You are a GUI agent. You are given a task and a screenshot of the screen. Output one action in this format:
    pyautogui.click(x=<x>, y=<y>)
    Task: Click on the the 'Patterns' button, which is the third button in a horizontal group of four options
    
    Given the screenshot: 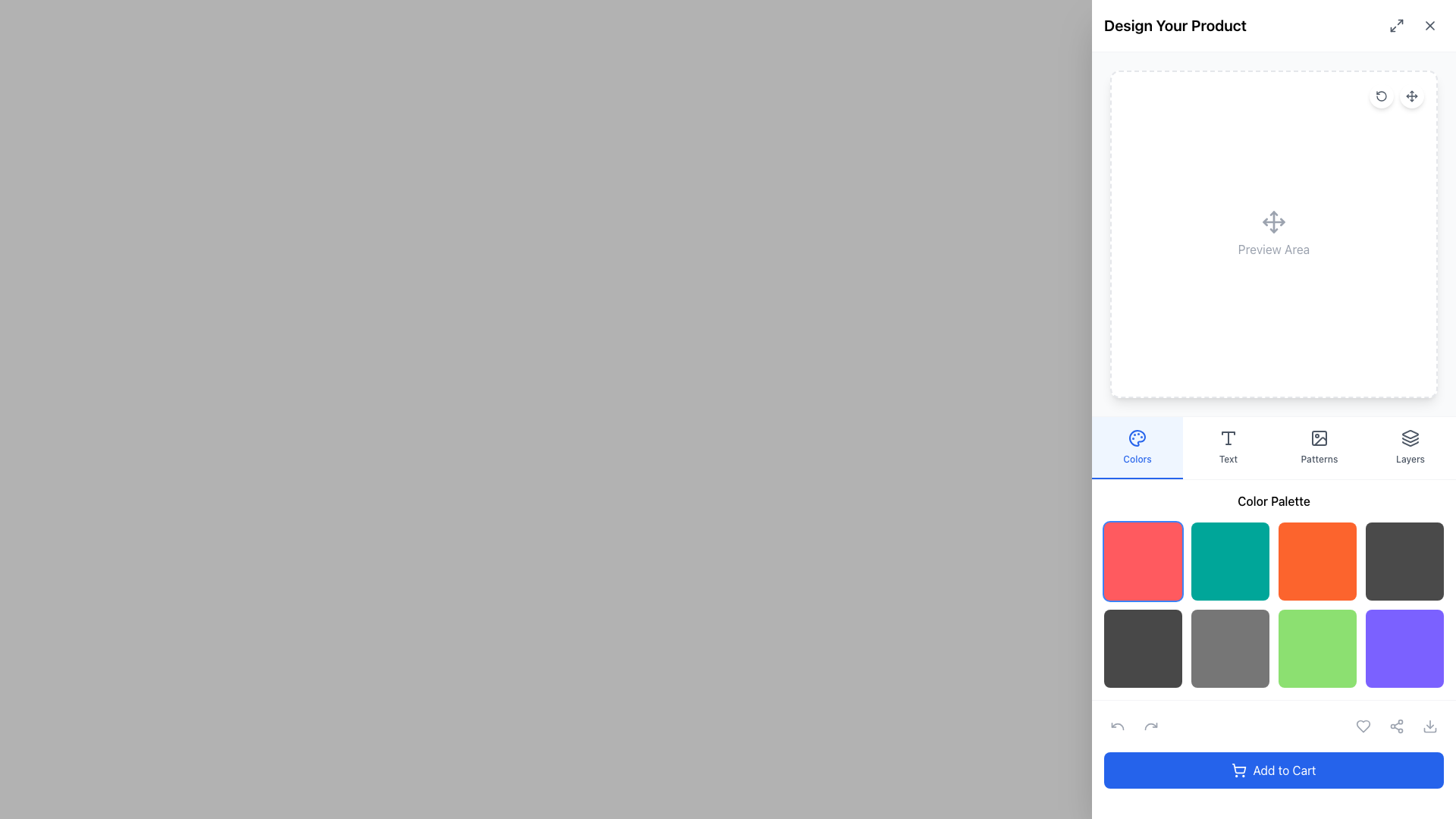 What is the action you would take?
    pyautogui.click(x=1318, y=447)
    